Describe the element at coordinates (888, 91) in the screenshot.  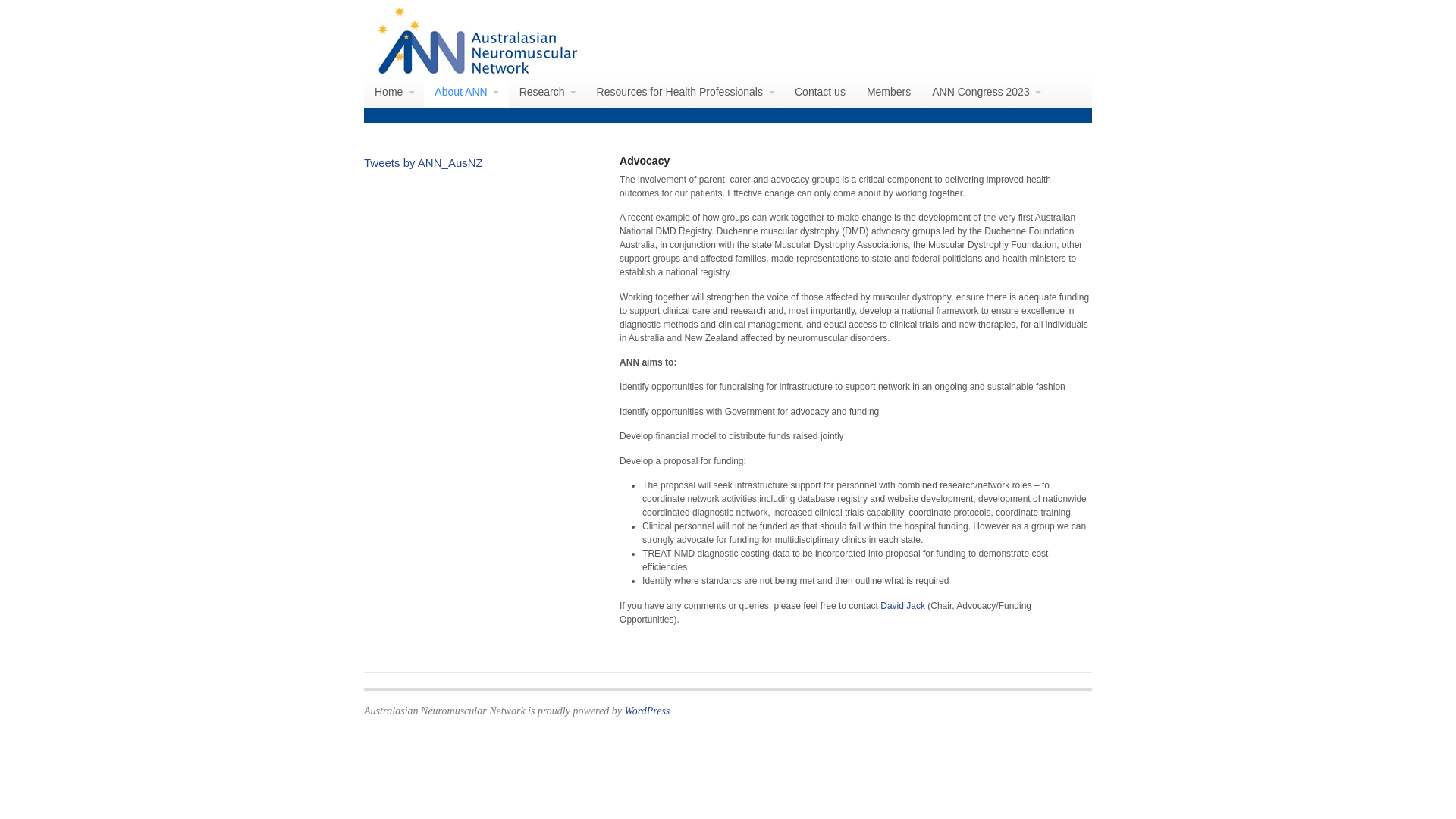
I see `'Members'` at that location.